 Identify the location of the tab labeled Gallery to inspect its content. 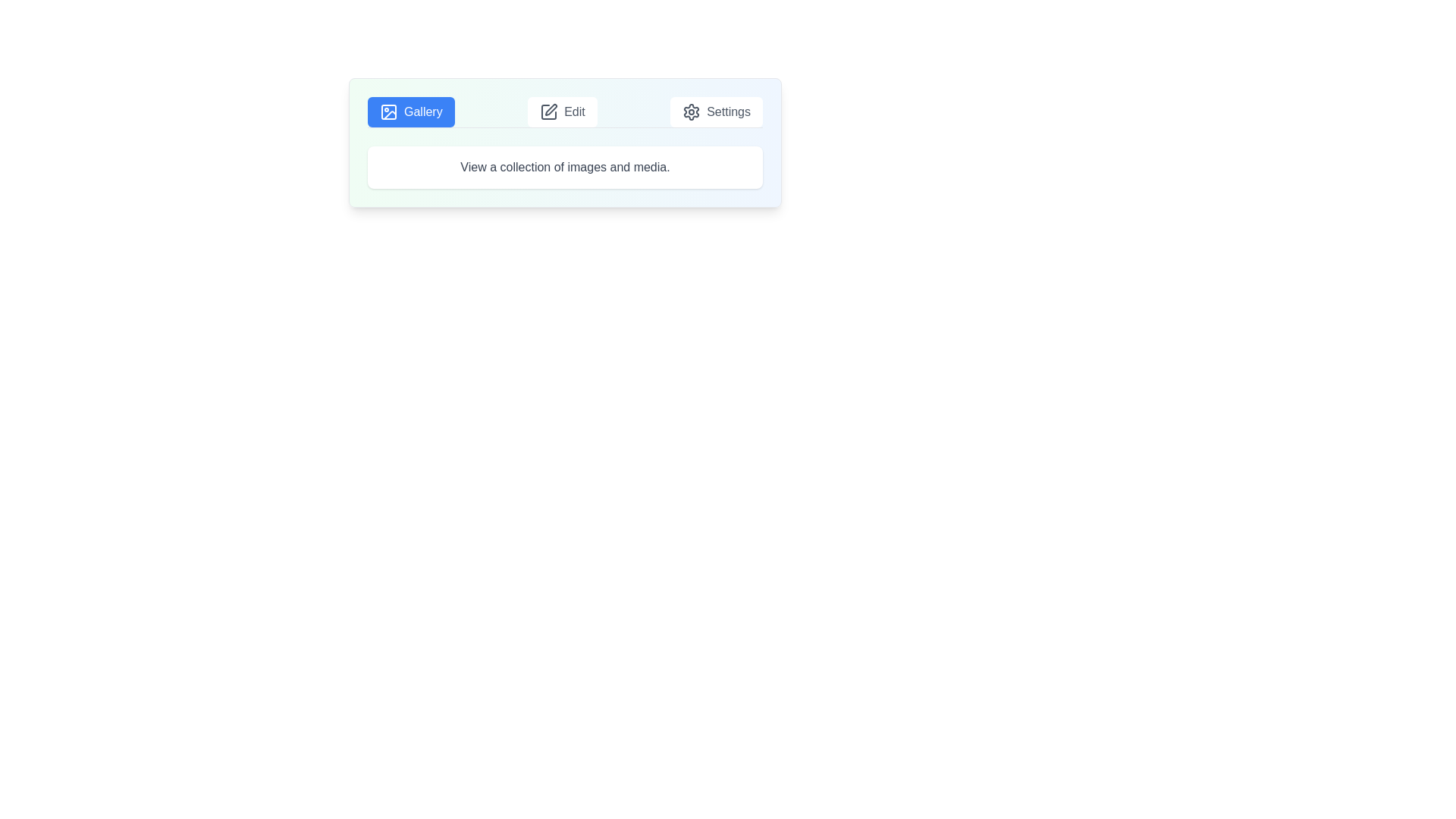
(411, 111).